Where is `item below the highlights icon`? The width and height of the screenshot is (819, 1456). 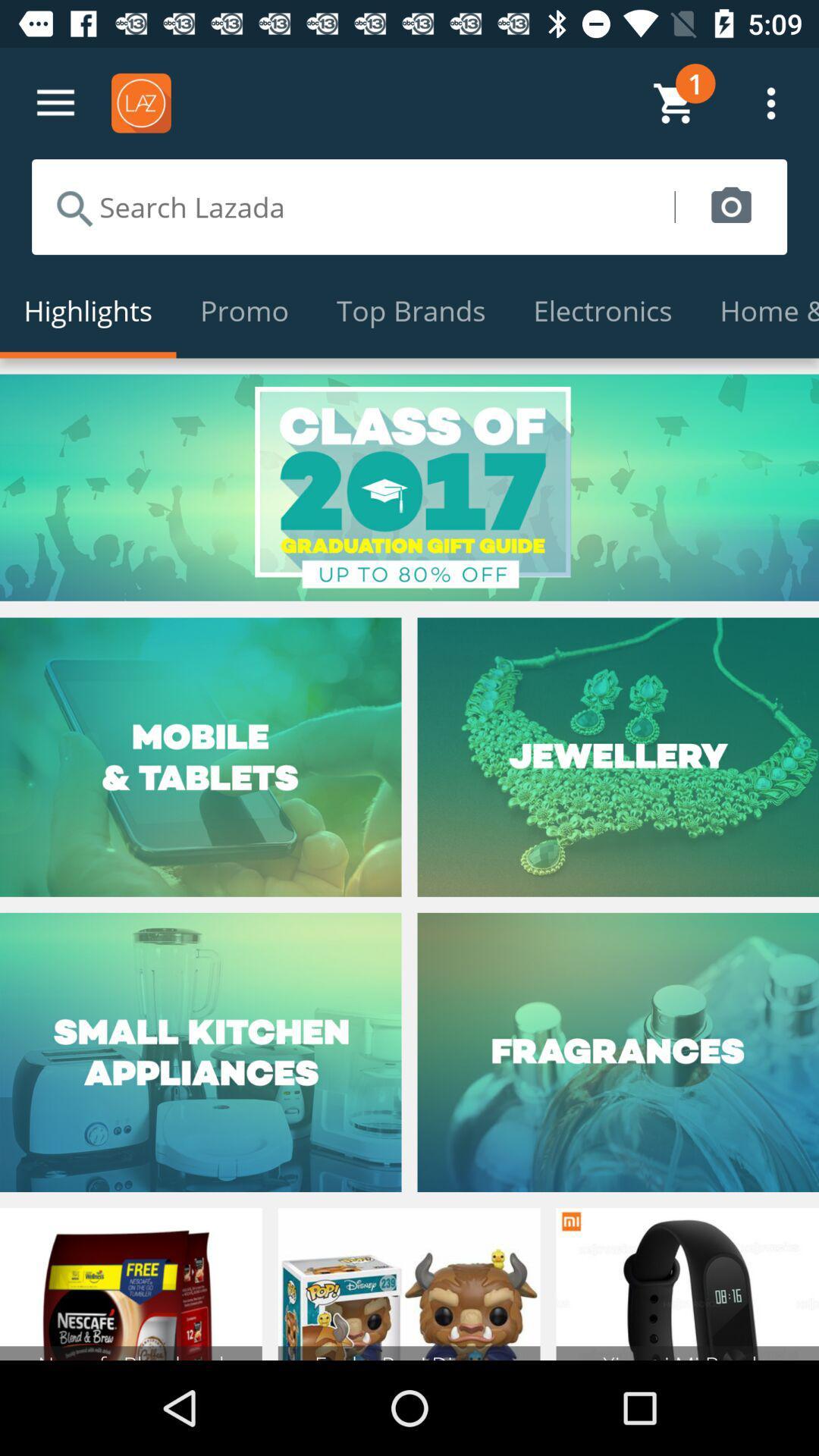 item below the highlights icon is located at coordinates (409, 488).